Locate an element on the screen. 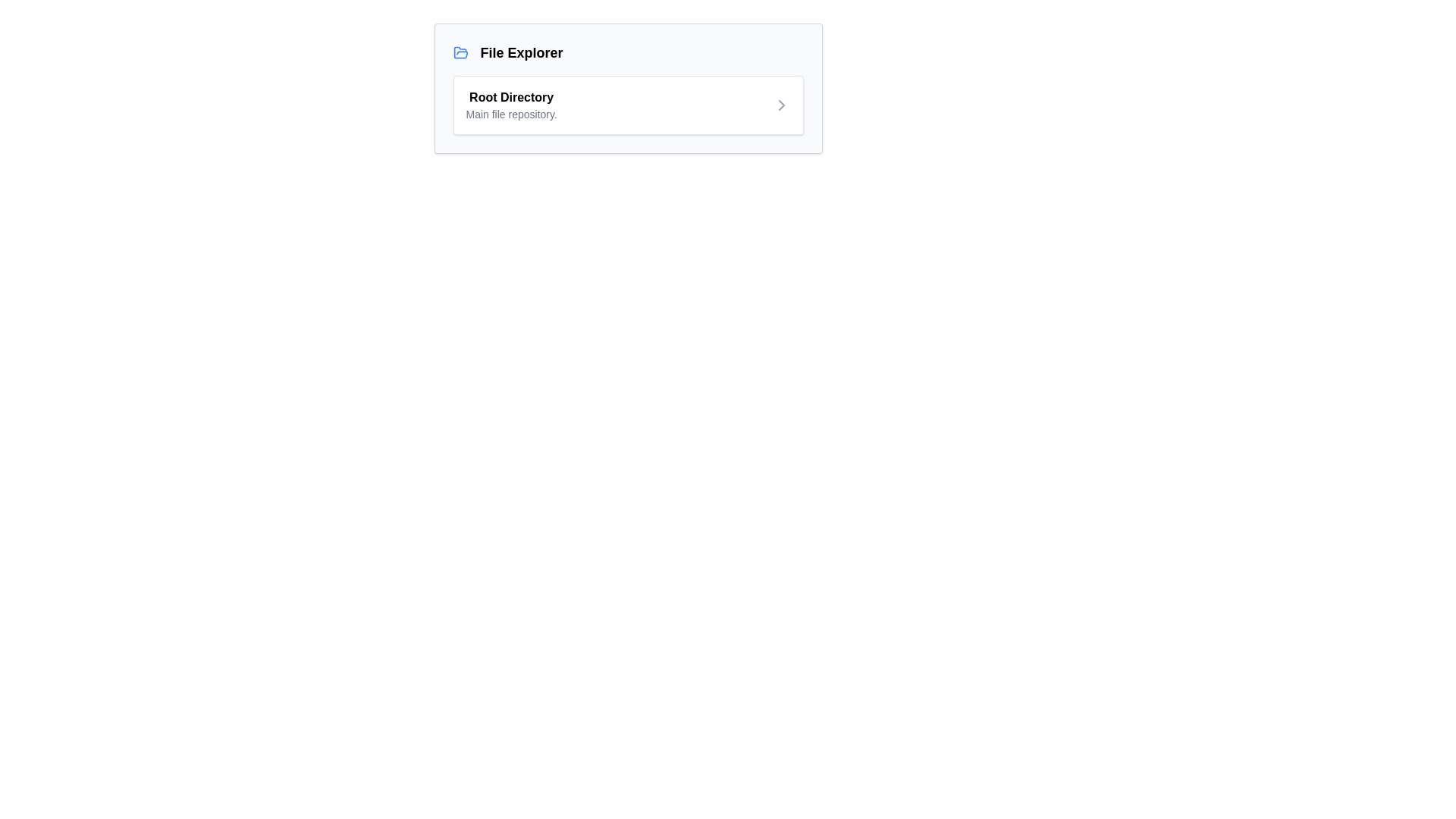  the clickable card representing the root directory in the File Explorer interface, which provides context about its contents ('Main file repository') is located at coordinates (628, 104).